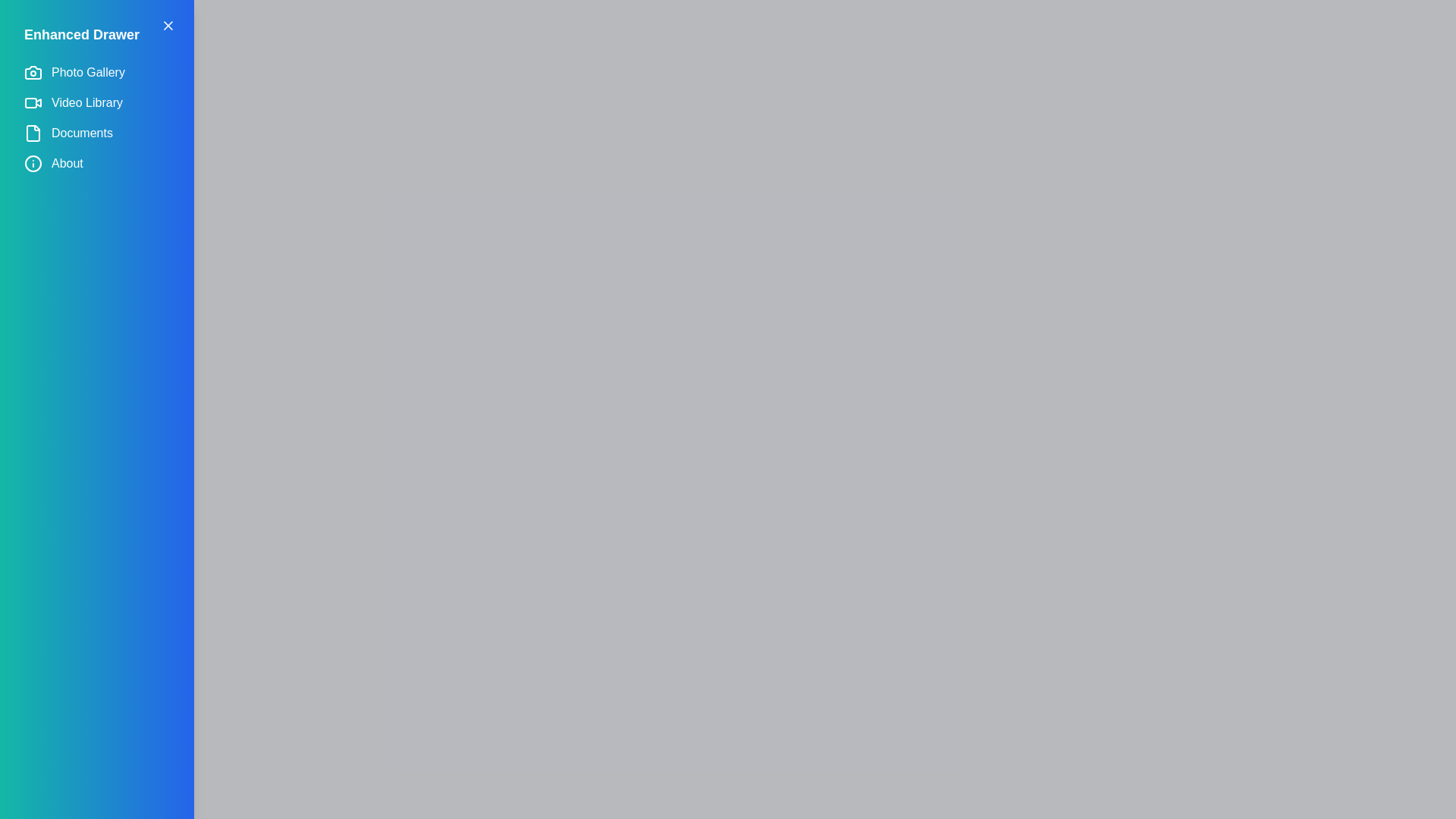  Describe the element at coordinates (33, 73) in the screenshot. I see `the small camera icon in the sidebar menu, which is adjacent to the text 'Photo Gallery'` at that location.